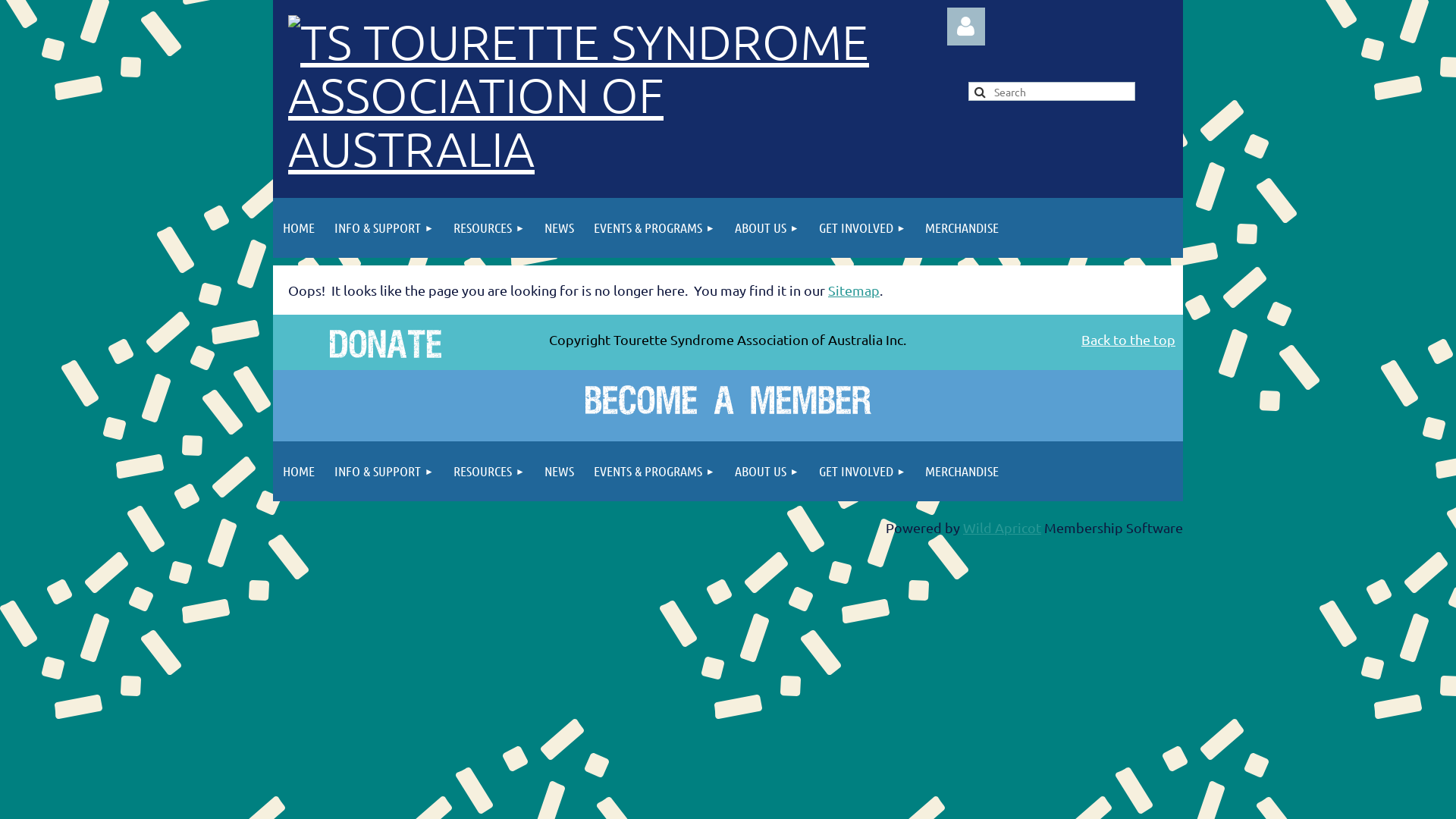 The height and width of the screenshot is (819, 1456). Describe the element at coordinates (728, 399) in the screenshot. I see `'Become a Member'` at that location.